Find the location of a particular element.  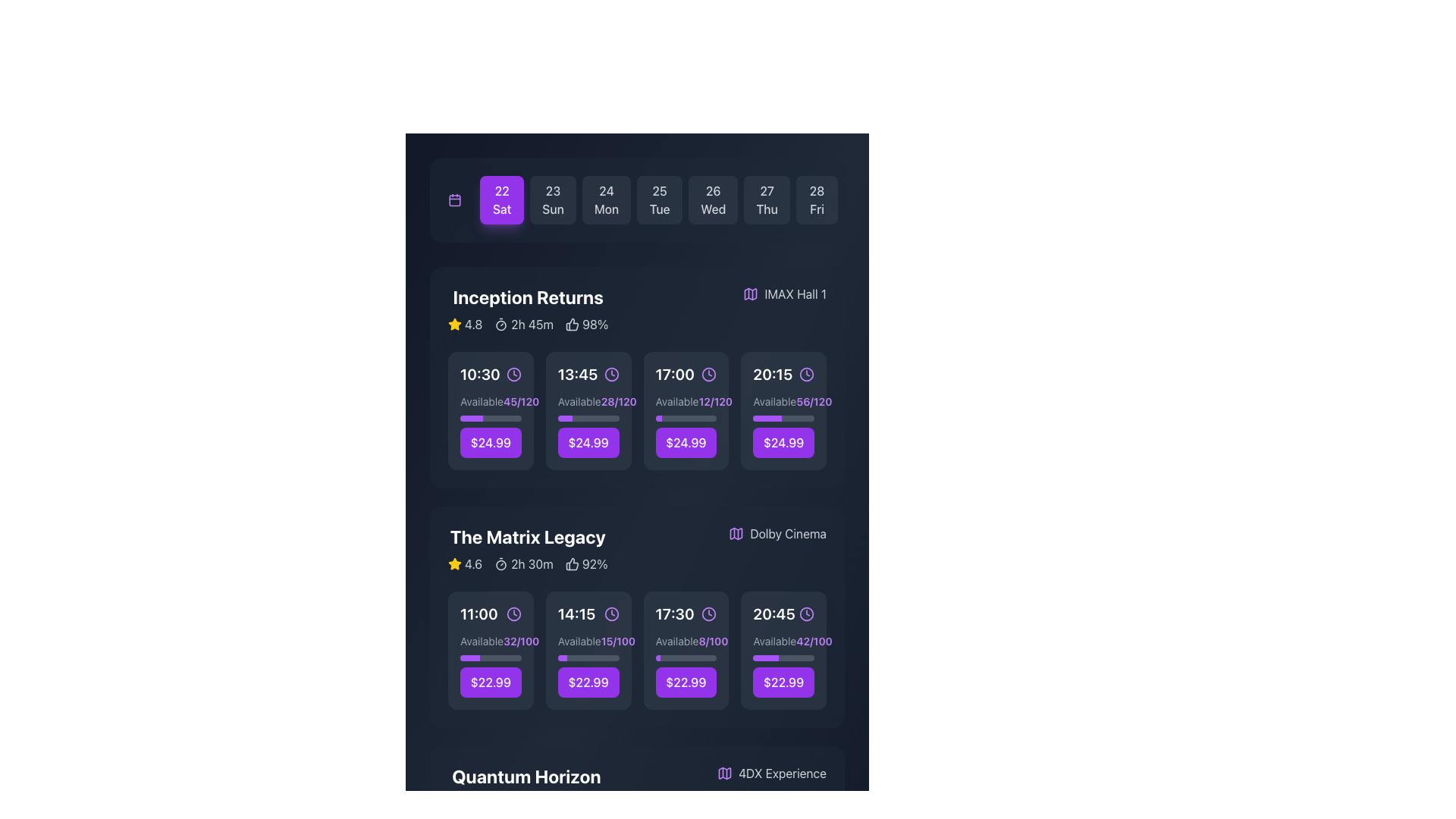

the text label displaying '2h 30m' is located at coordinates (532, 564).